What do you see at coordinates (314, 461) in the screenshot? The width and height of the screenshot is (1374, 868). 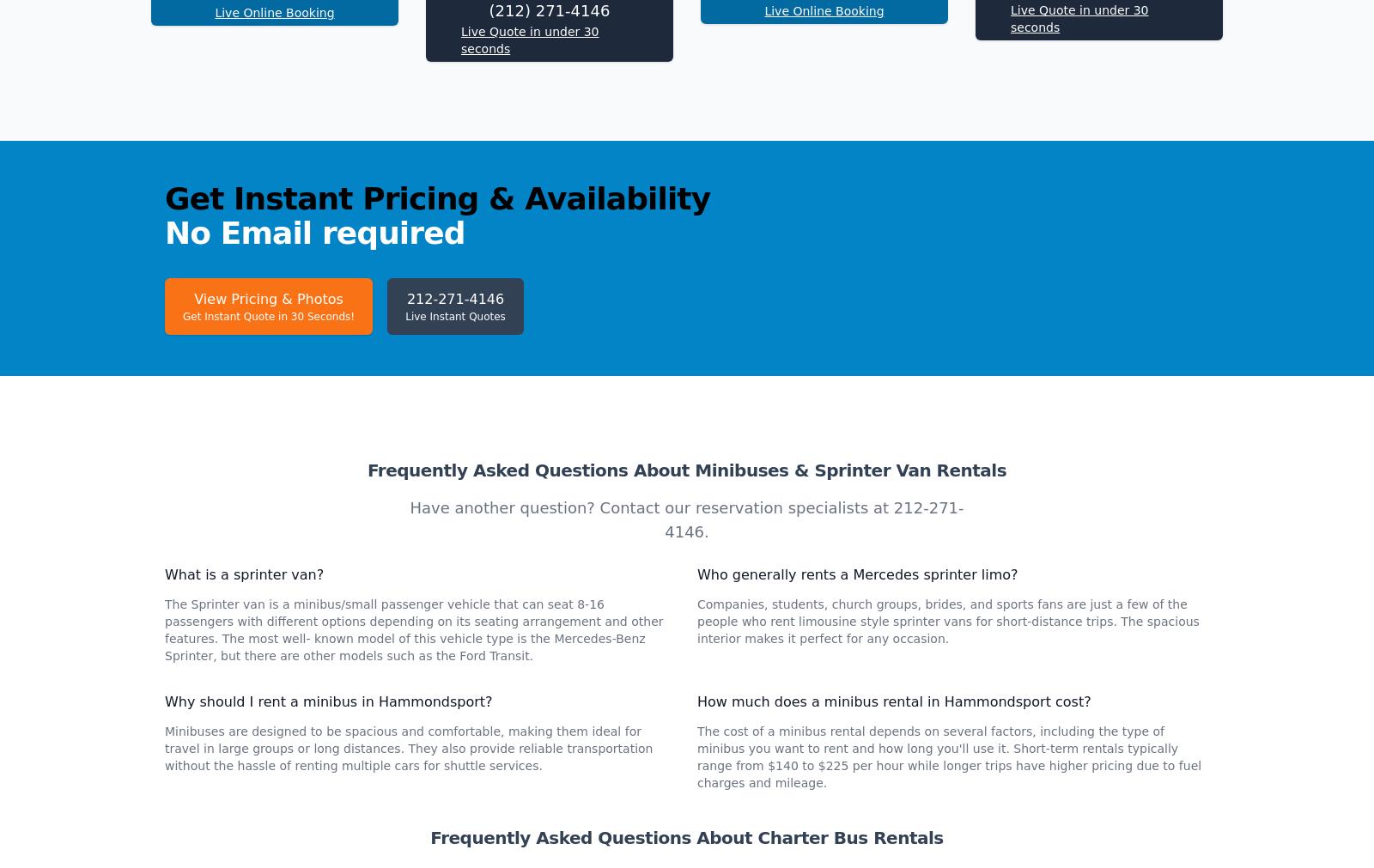 I see `'No Email required'` at bounding box center [314, 461].